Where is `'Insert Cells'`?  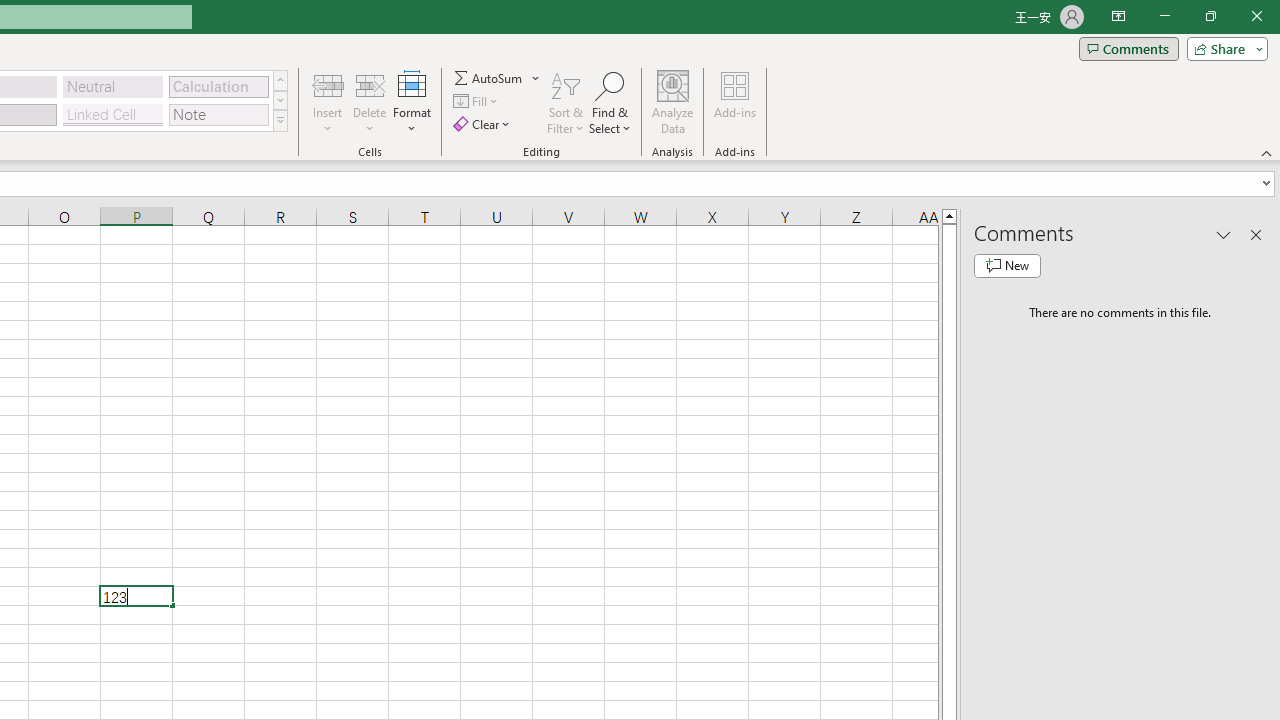
'Insert Cells' is located at coordinates (328, 84).